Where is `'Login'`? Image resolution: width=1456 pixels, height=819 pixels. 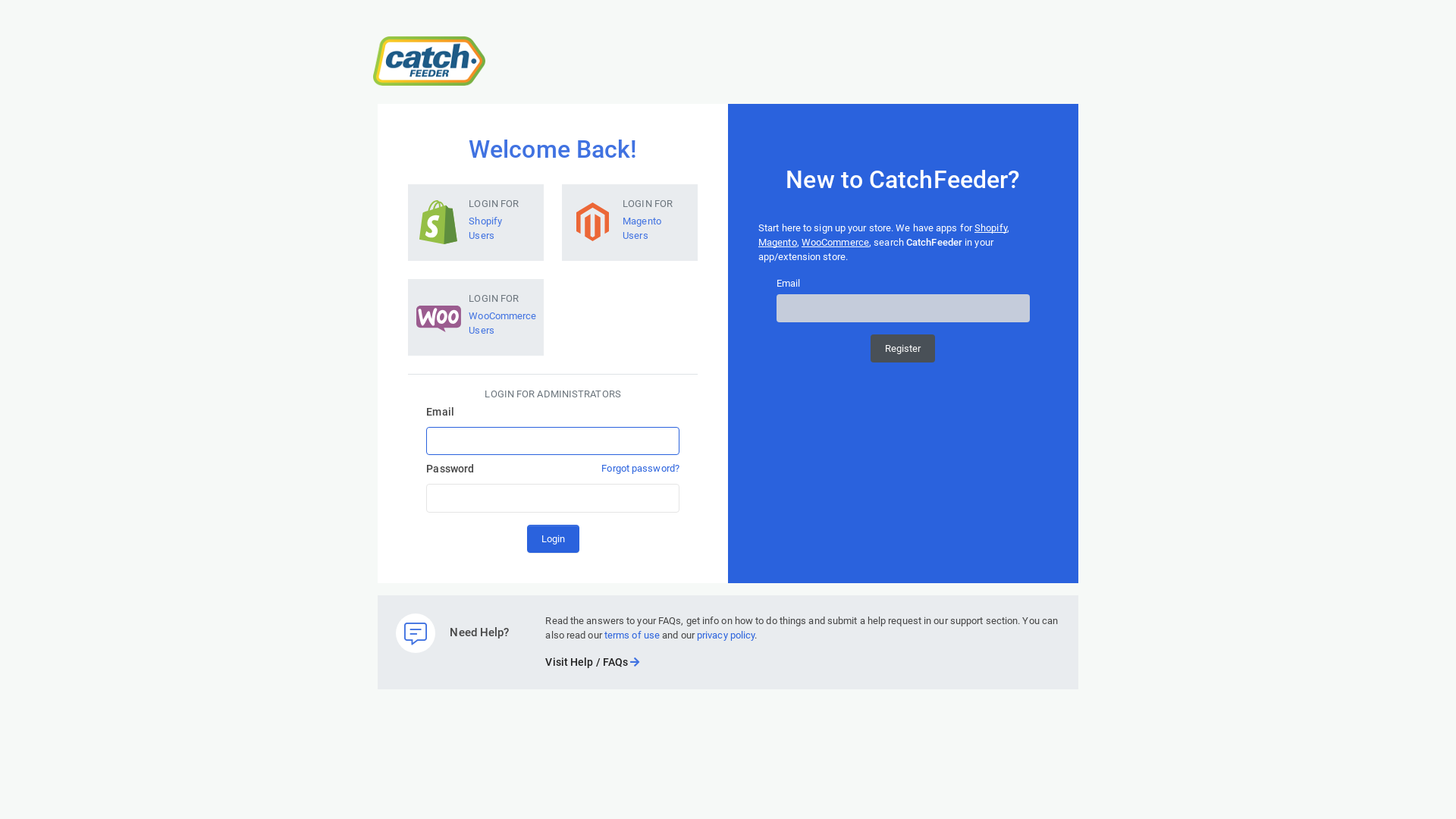
'Login' is located at coordinates (552, 538).